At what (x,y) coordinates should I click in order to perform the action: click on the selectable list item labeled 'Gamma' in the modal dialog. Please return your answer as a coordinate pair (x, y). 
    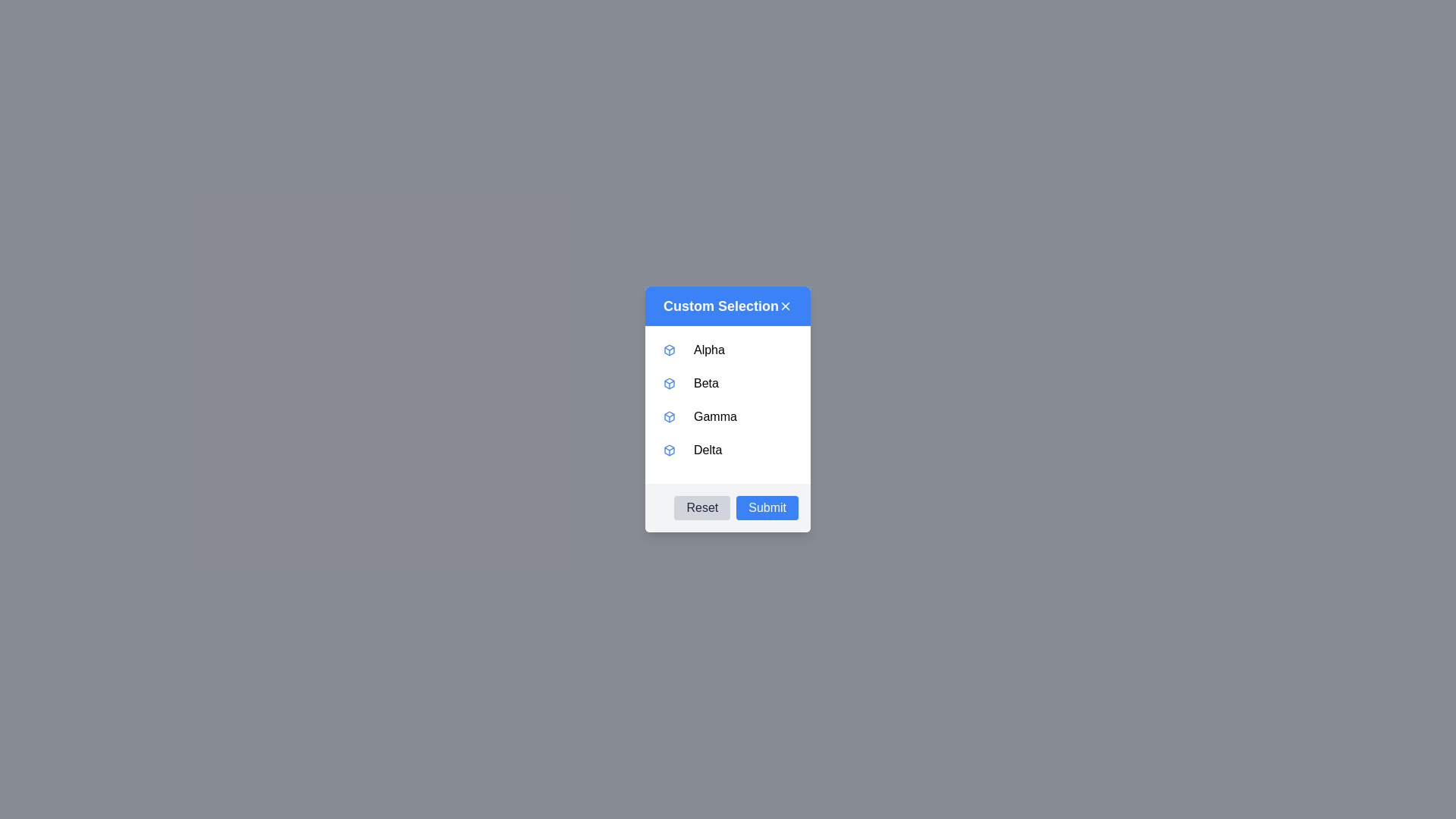
    Looking at the image, I should click on (728, 409).